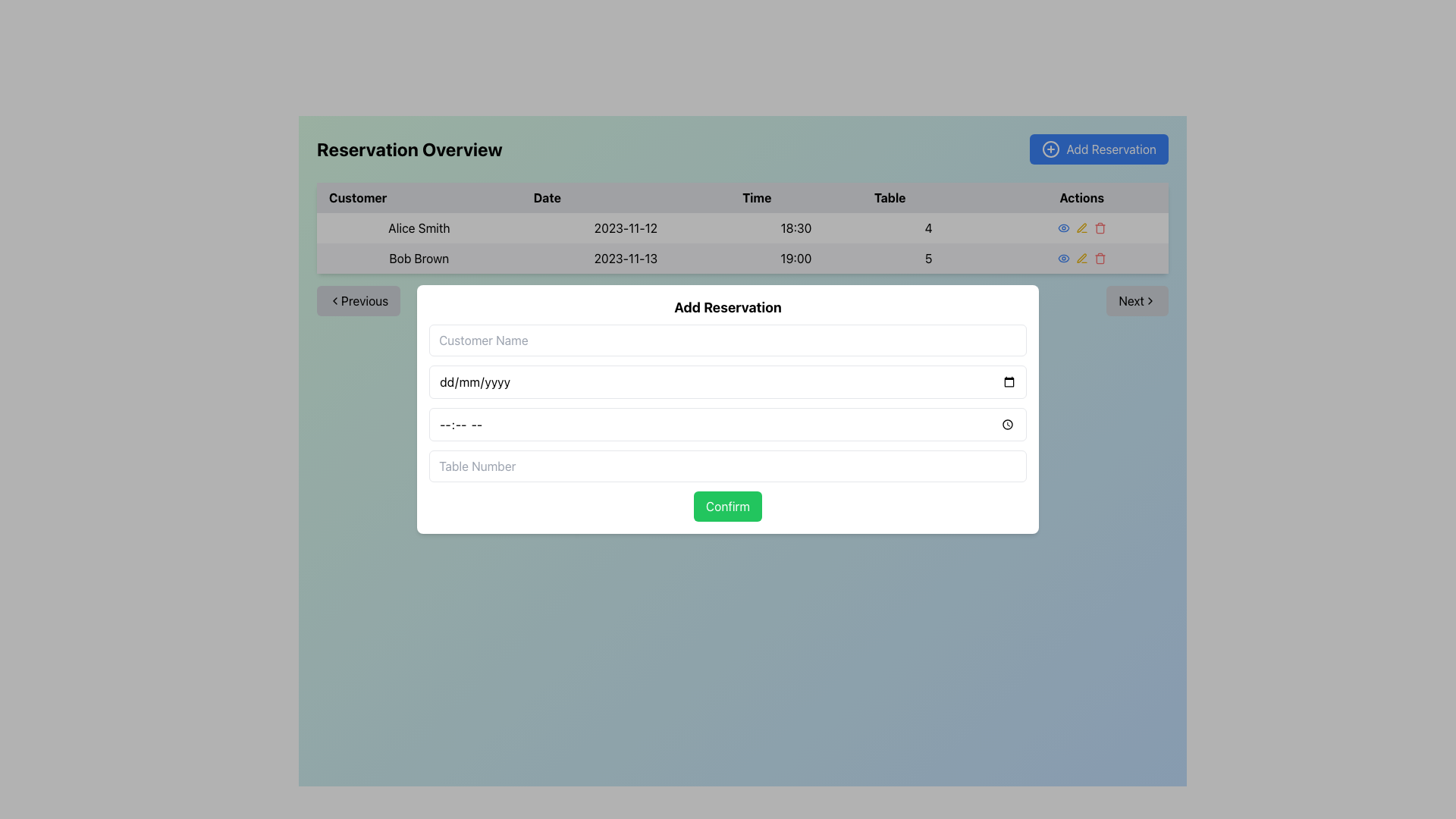 This screenshot has height=819, width=1456. I want to click on the text element displaying the reservation date for the customer, located in the second cell of the first data row in the 'Date' column, between 'Alice Smith' and '18:30', so click(626, 227).